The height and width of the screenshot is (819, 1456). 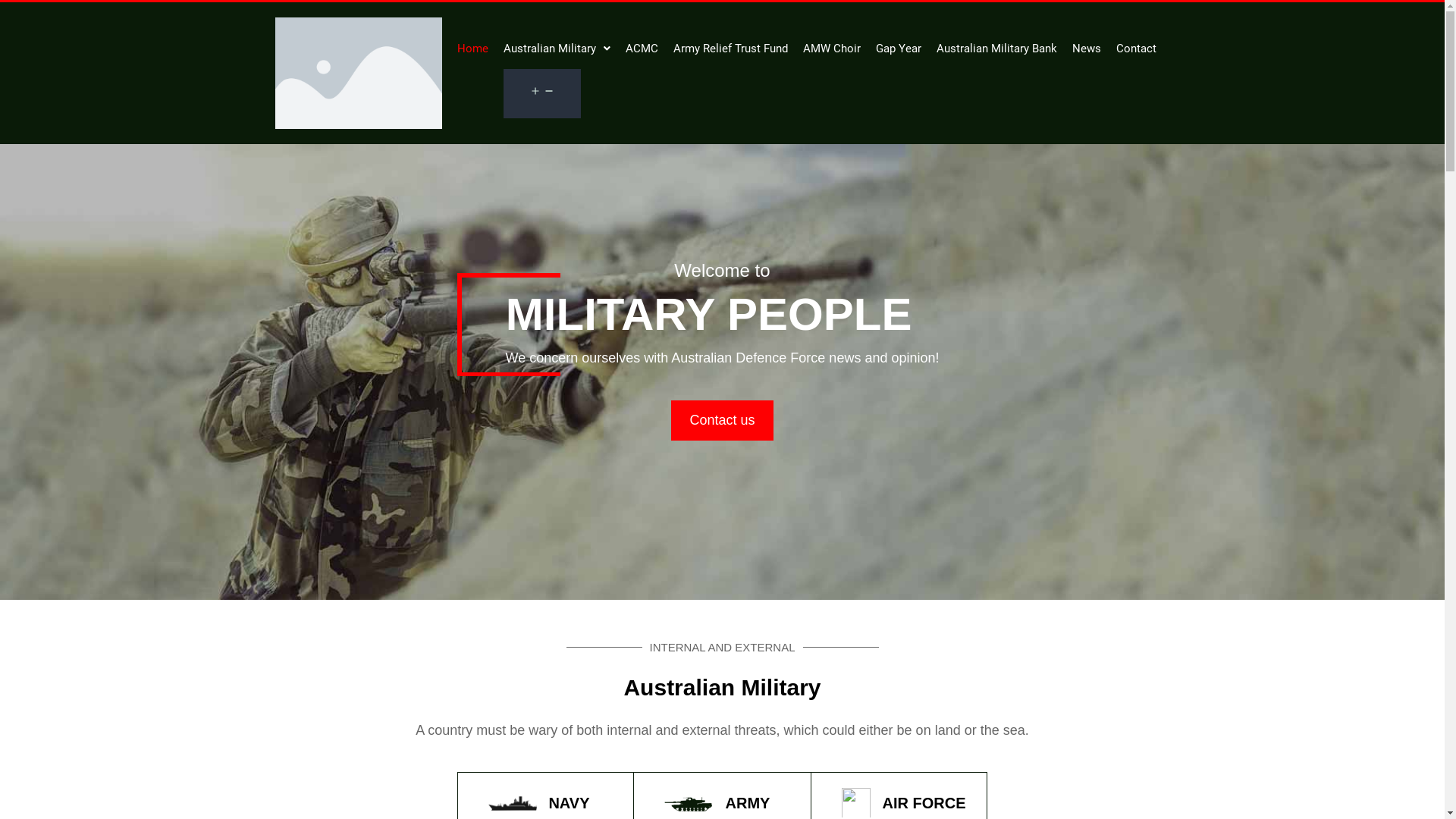 I want to click on 'AMW Choir', so click(x=801, y=48).